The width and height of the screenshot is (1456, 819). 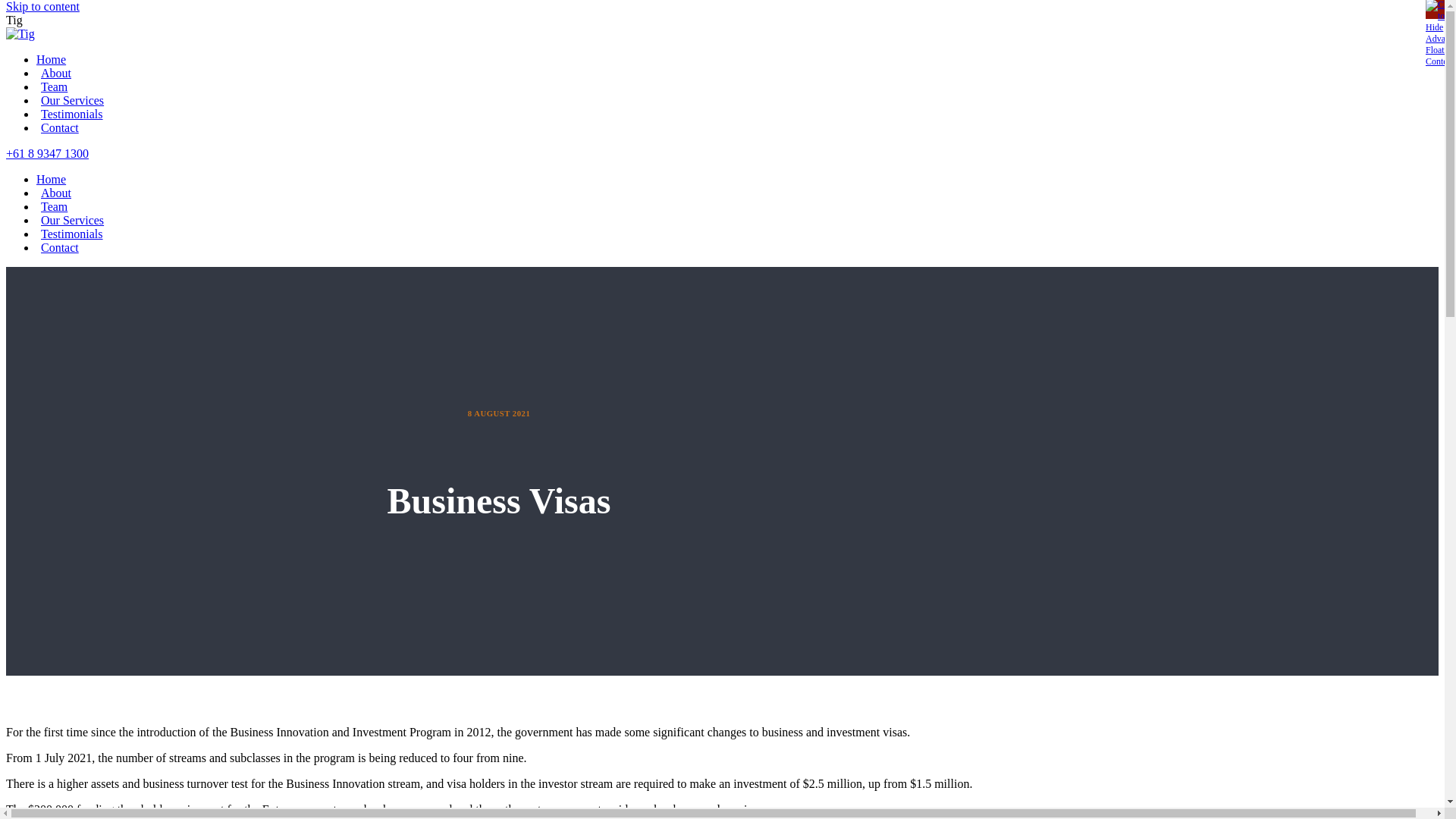 What do you see at coordinates (36, 234) in the screenshot?
I see `'Testimonials'` at bounding box center [36, 234].